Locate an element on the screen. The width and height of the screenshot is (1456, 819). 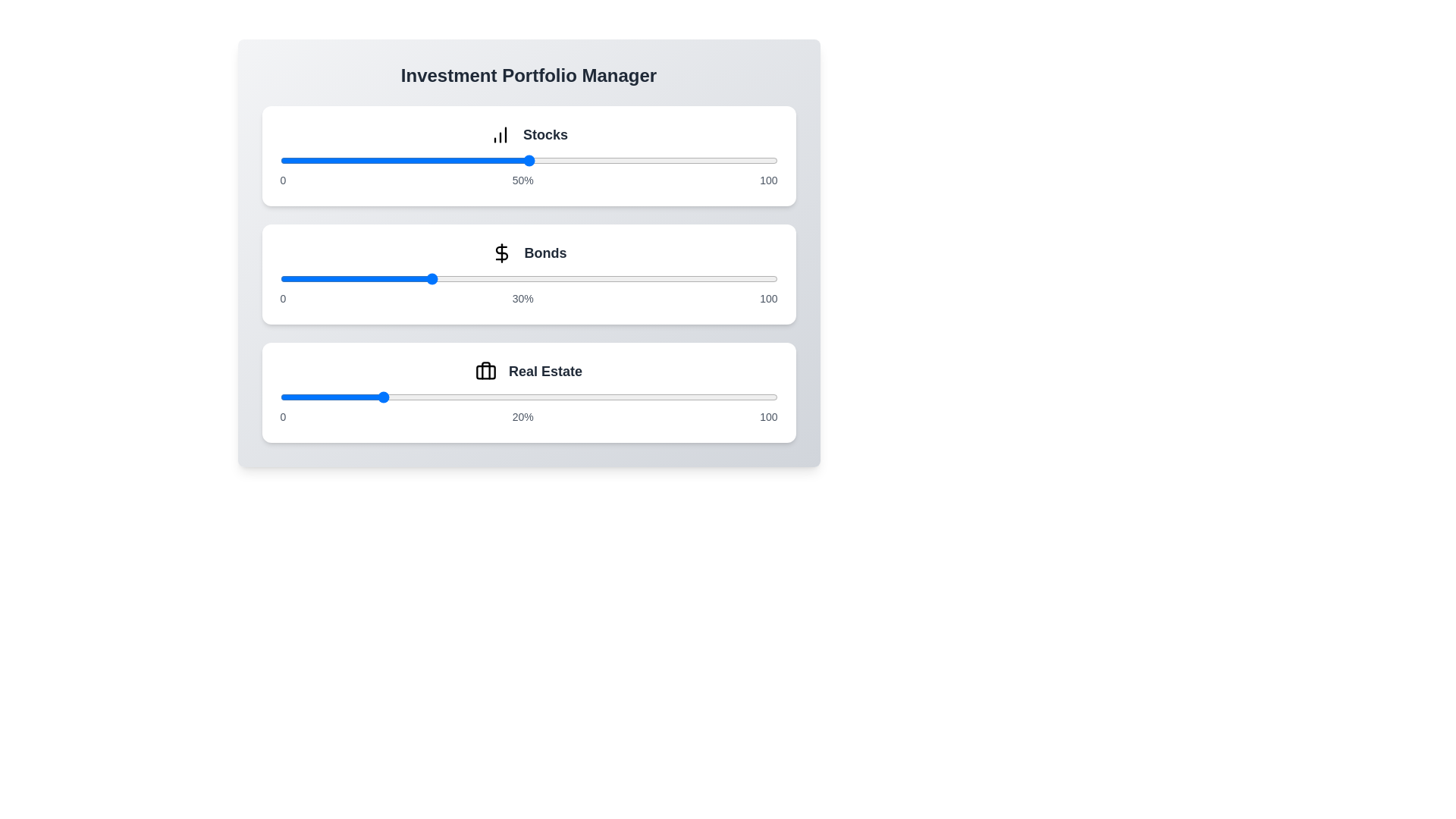
the slider for Bonds is located at coordinates (529, 278).